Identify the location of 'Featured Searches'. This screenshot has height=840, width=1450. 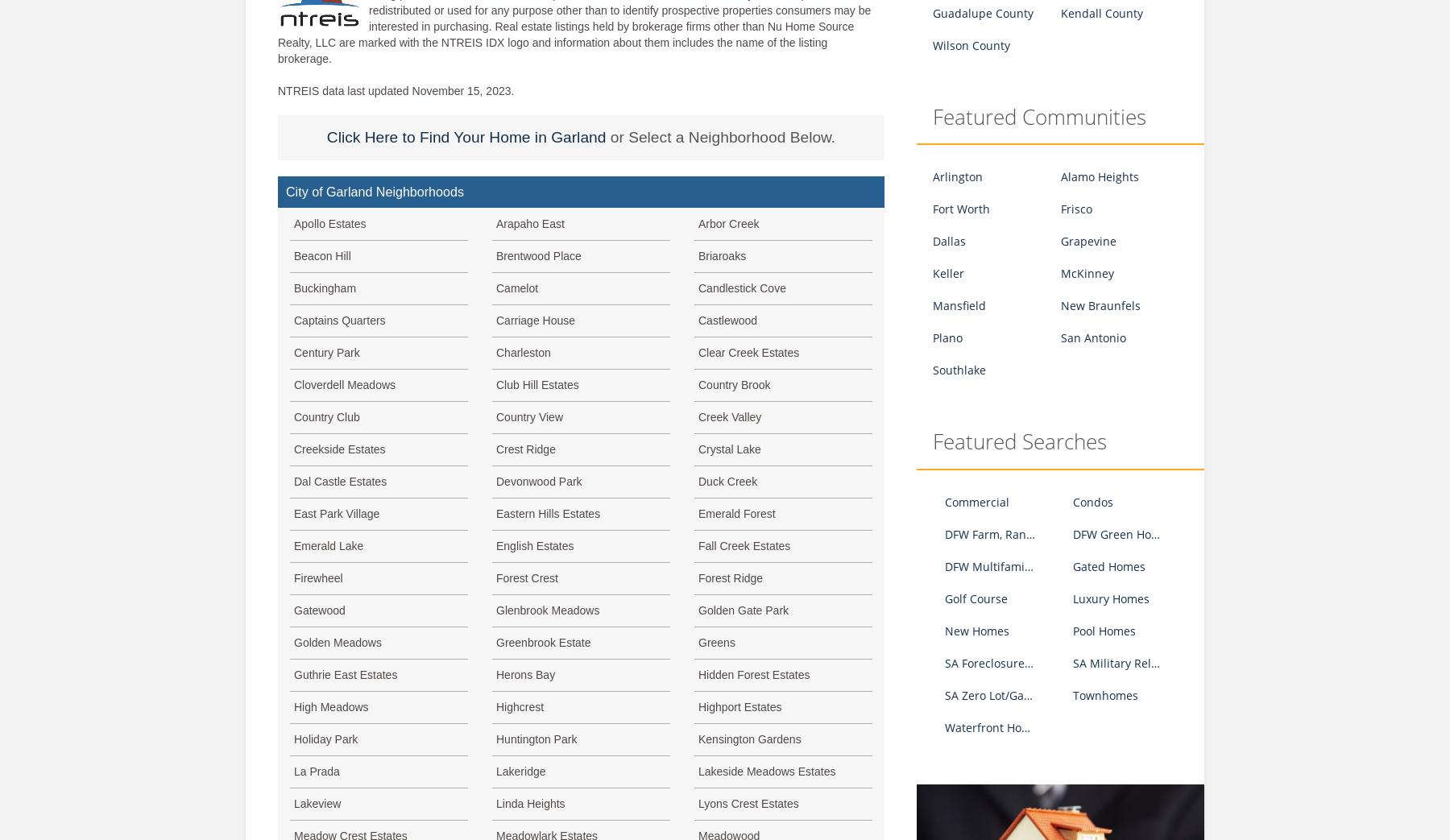
(1019, 441).